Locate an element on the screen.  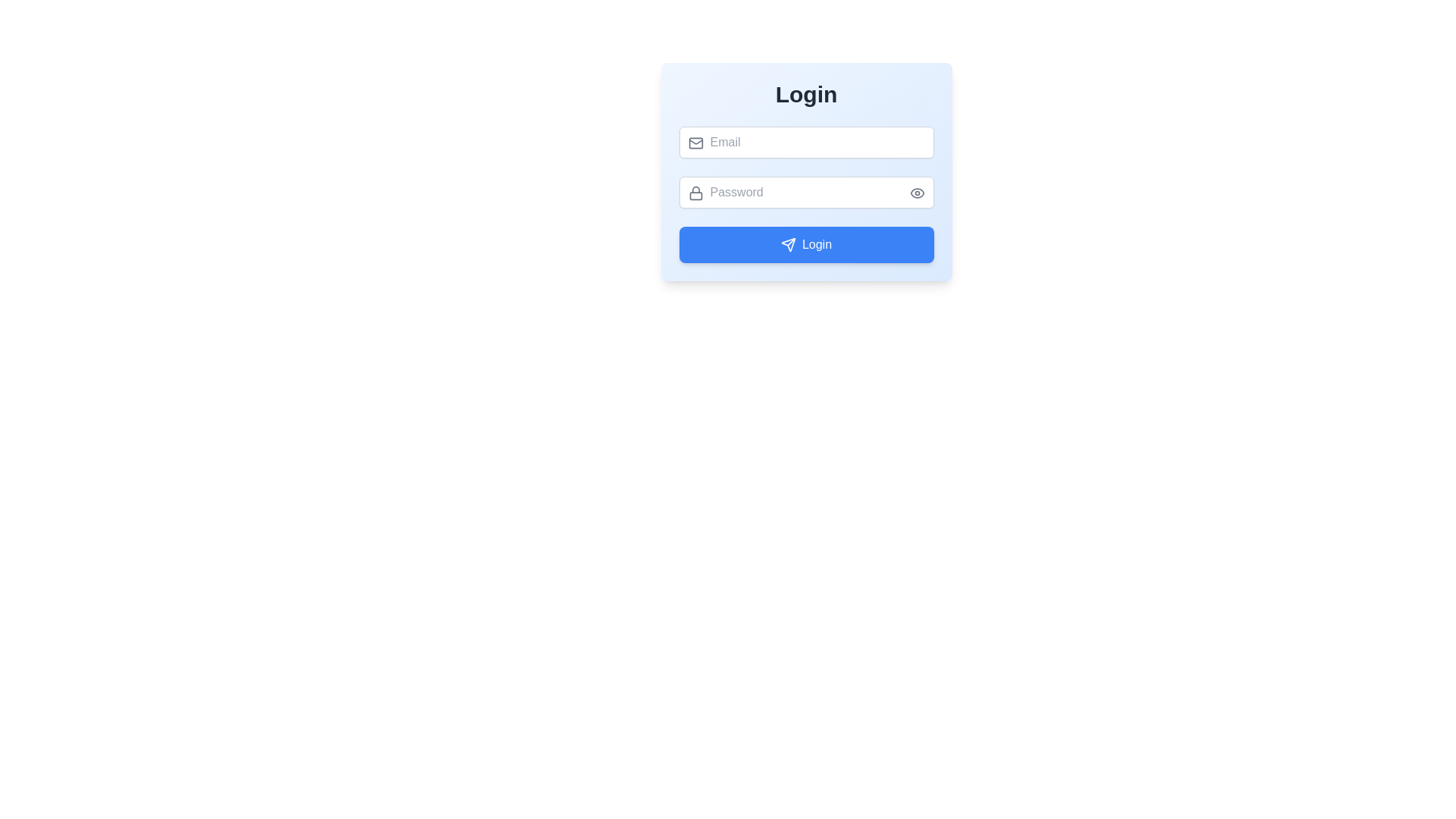
the decorative graphic element that serves as the background for the lock icon, which is positioned before the password input field in the login form is located at coordinates (695, 195).